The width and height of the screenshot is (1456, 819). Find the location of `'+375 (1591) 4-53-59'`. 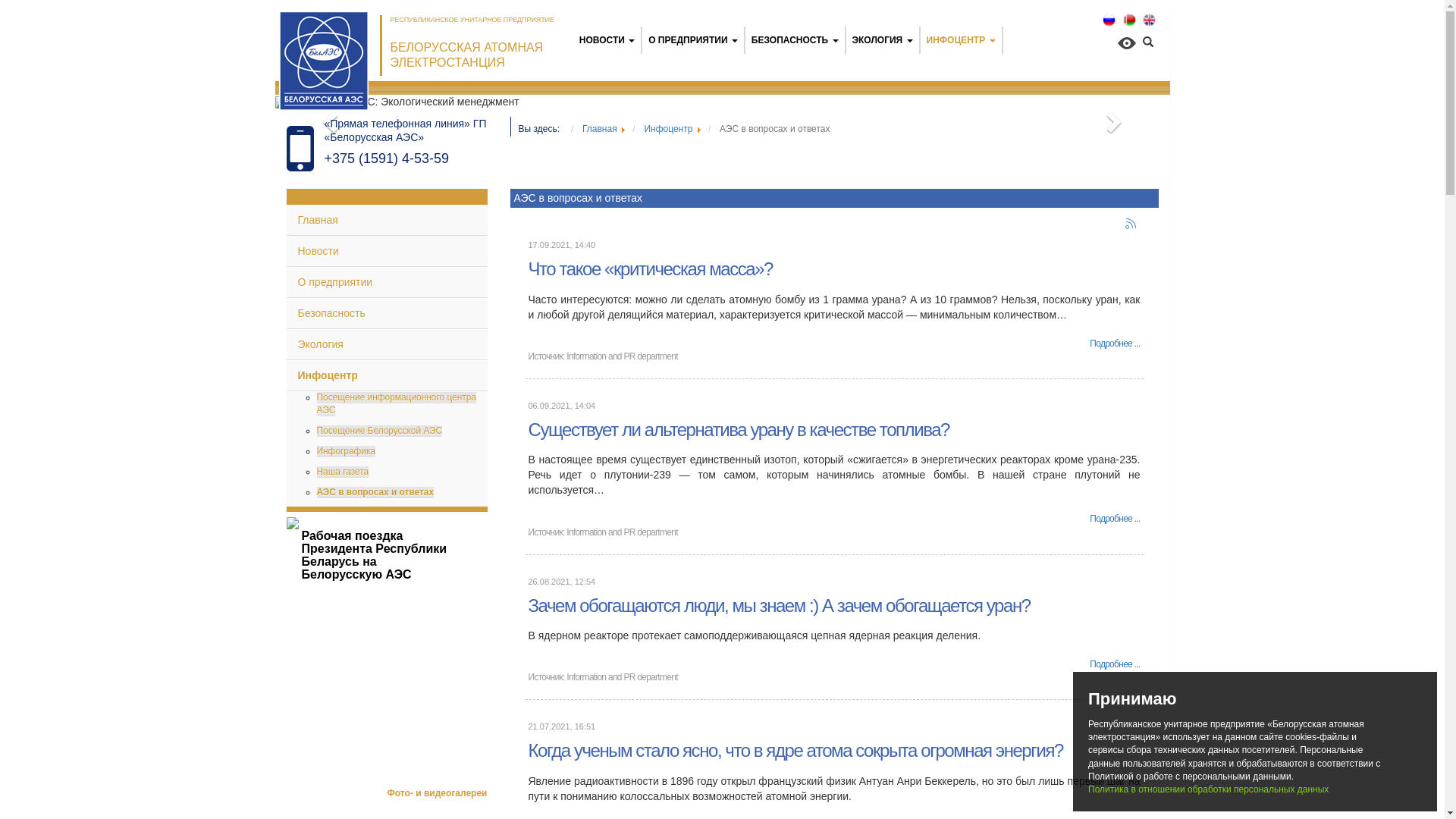

'+375 (1591) 4-53-59' is located at coordinates (323, 158).